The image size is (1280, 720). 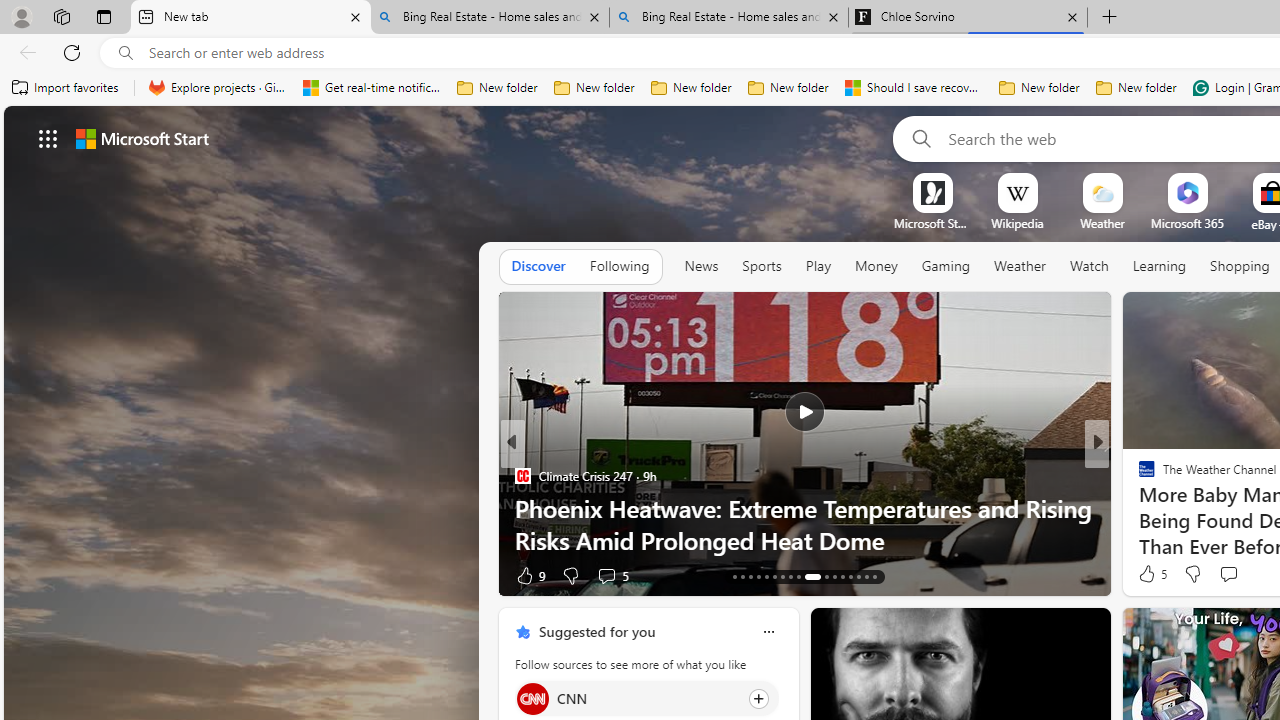 I want to click on 'AutomationID: tab-20', so click(x=789, y=577).